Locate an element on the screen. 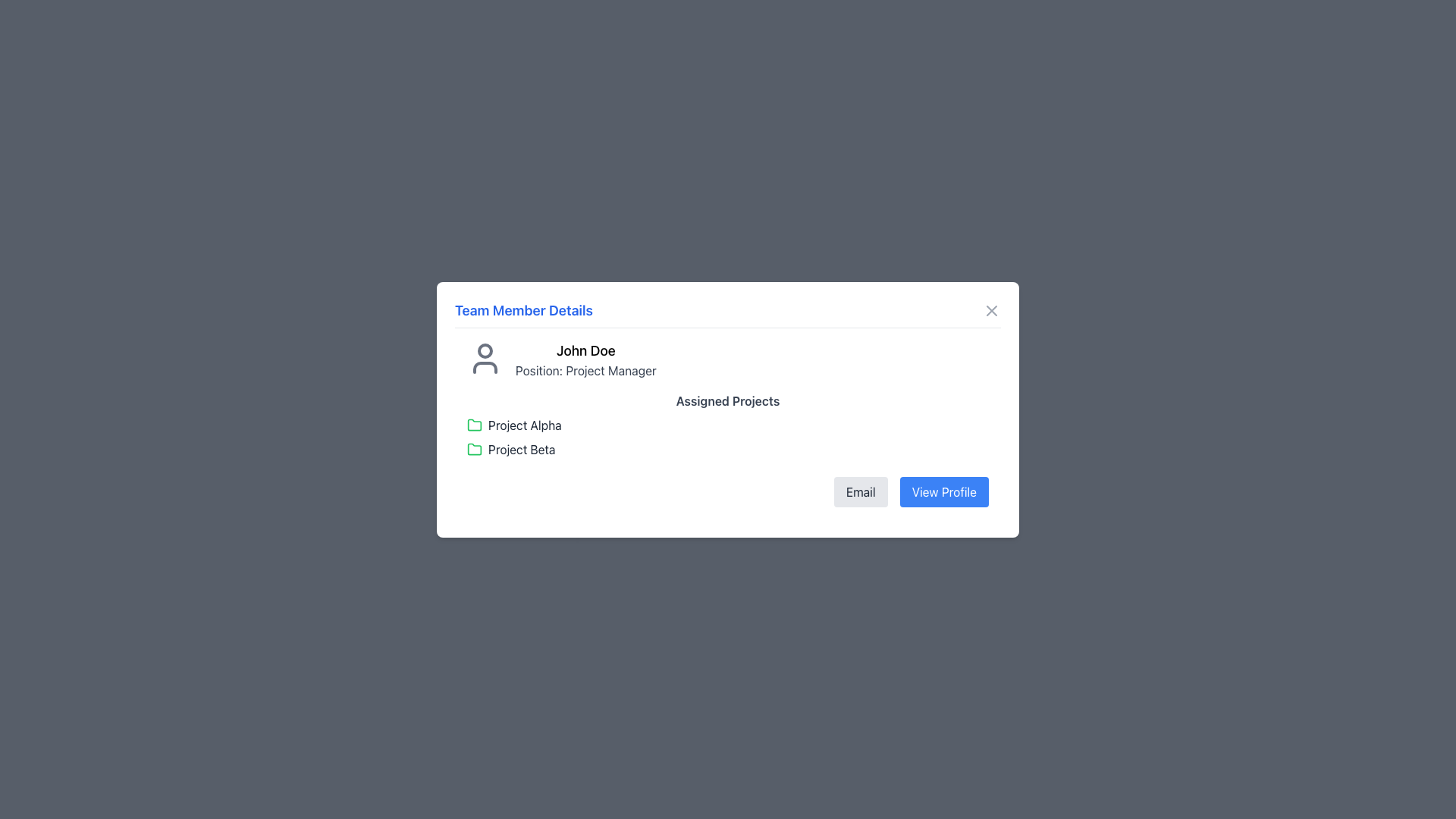  curved line icon component representing the bottom part of a human silhouette, located below the circular part of the SVG above the name 'John Doe' in the center of the dialog box is located at coordinates (484, 367).